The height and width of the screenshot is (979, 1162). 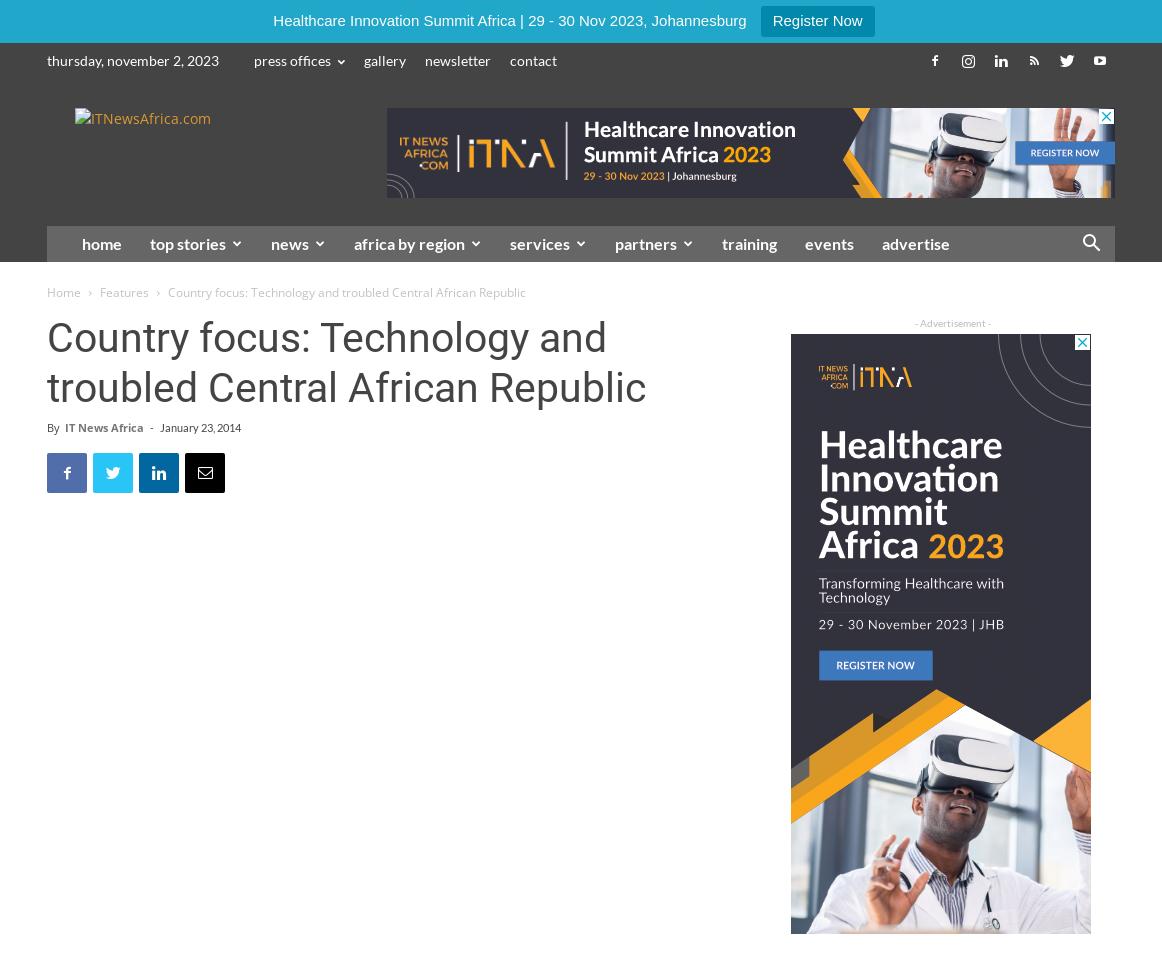 What do you see at coordinates (579, 101) in the screenshot?
I see `'Search'` at bounding box center [579, 101].